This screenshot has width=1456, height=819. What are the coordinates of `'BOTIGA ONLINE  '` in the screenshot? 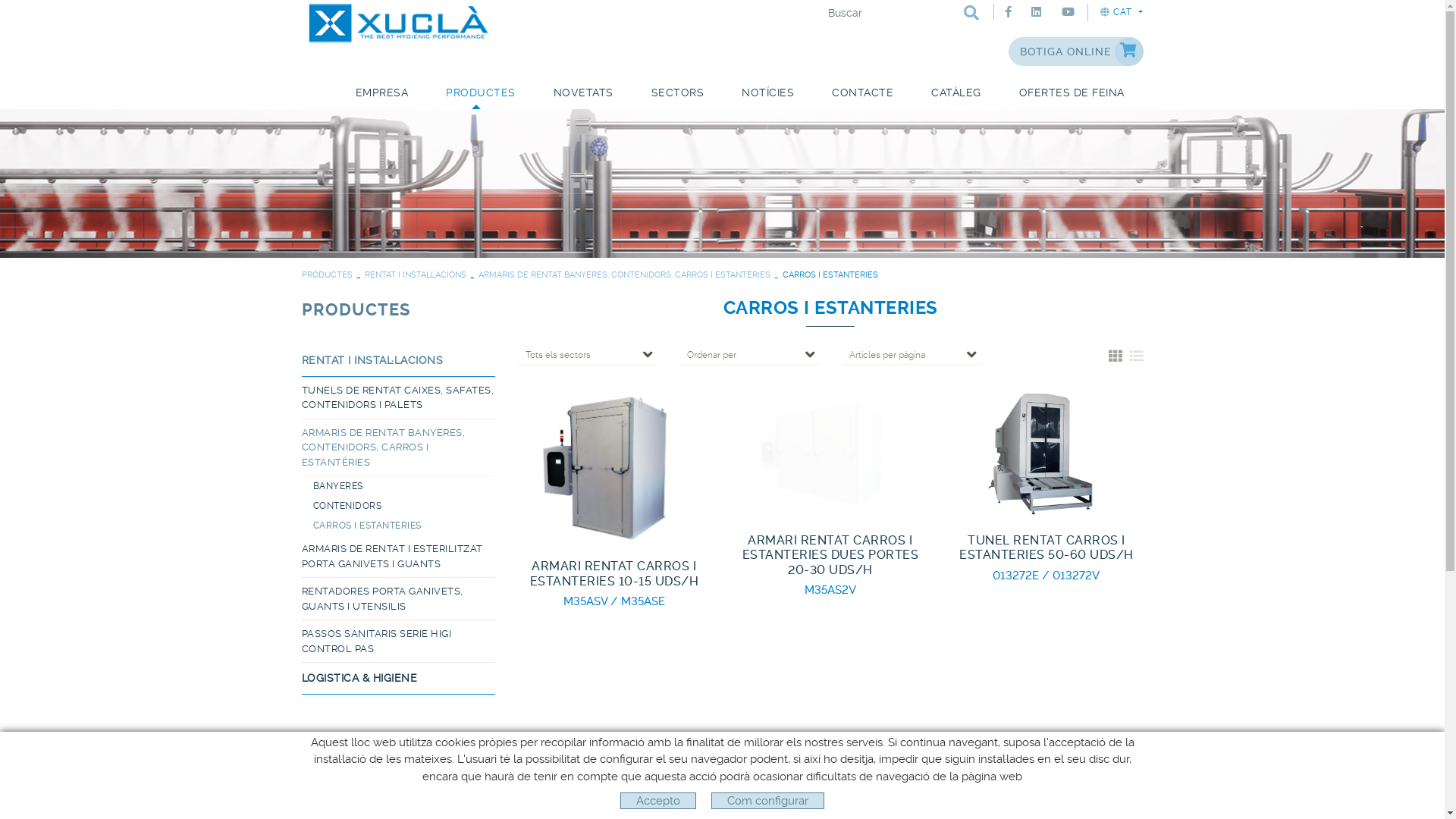 It's located at (1008, 51).